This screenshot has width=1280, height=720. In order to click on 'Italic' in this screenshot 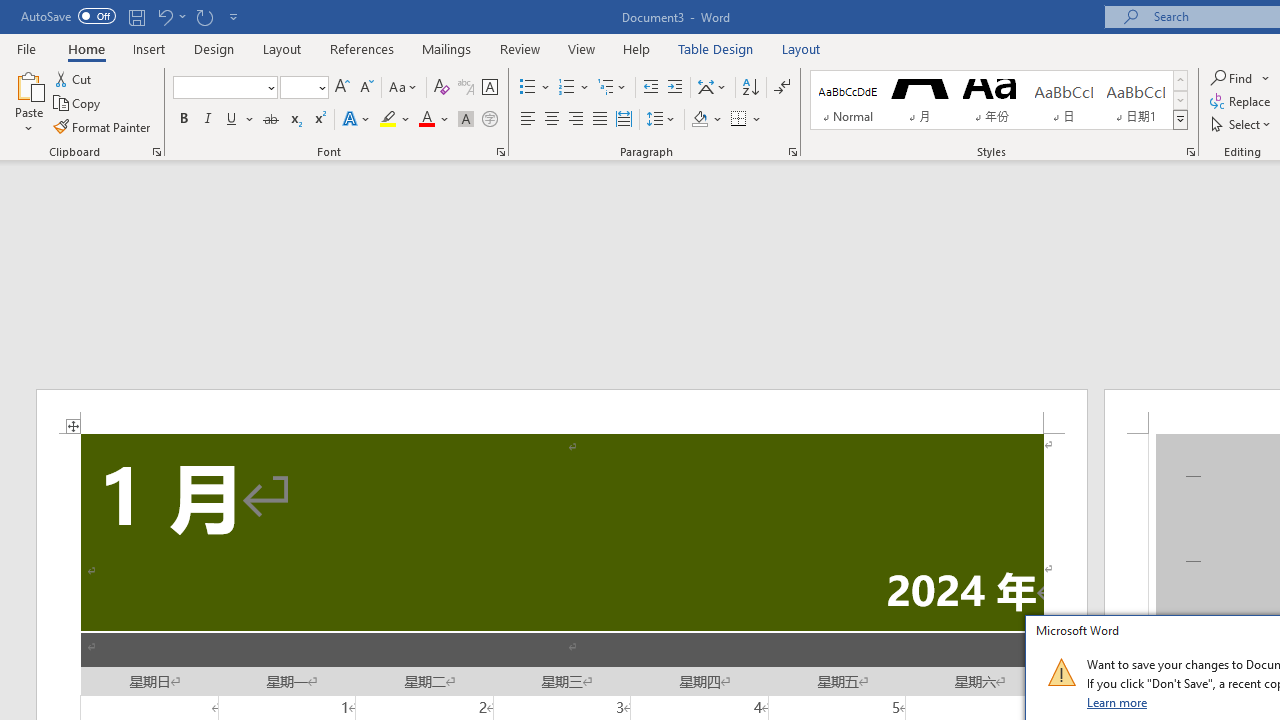, I will do `click(208, 119)`.